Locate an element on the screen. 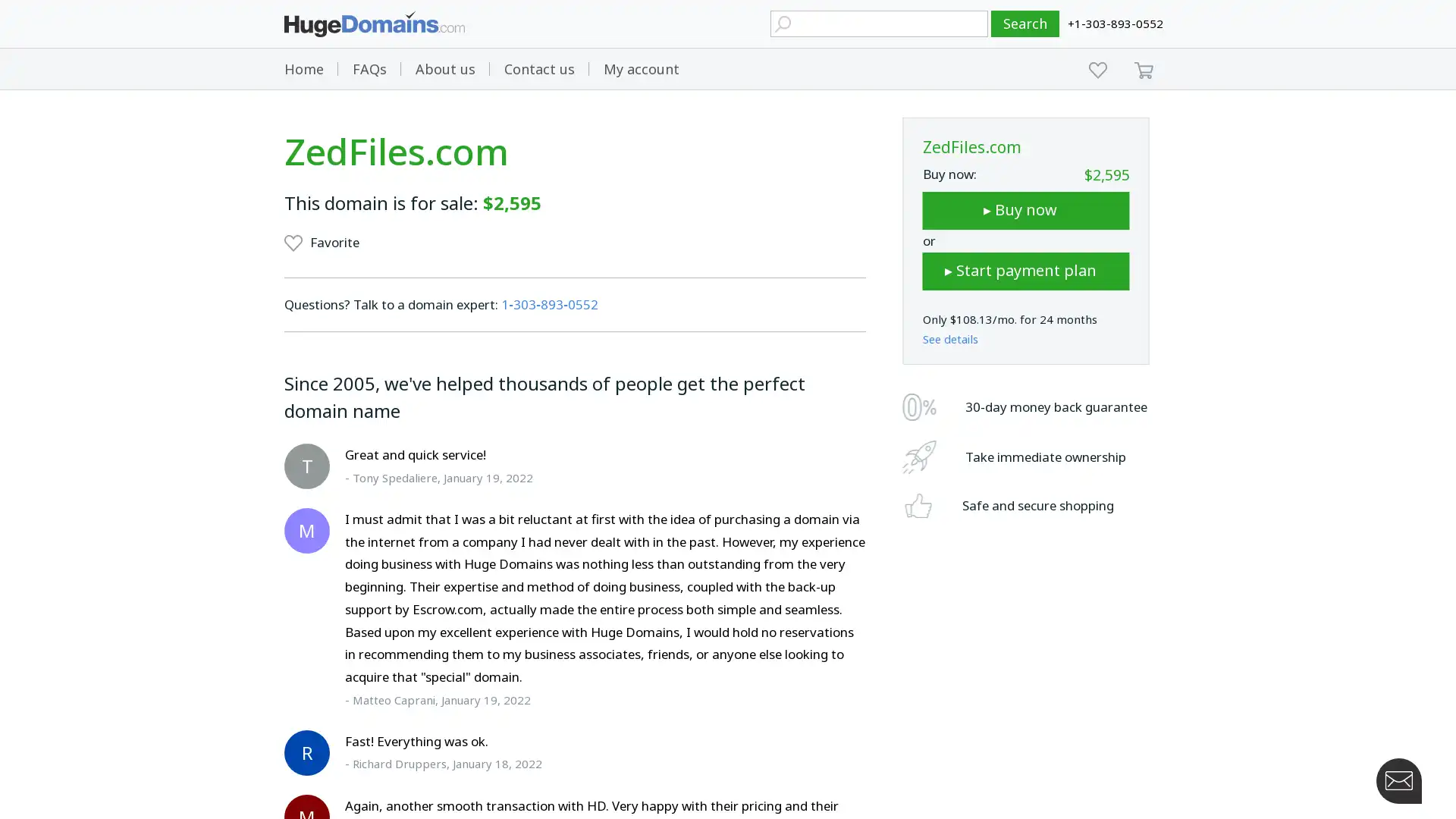 The width and height of the screenshot is (1456, 819). Search is located at coordinates (1025, 24).